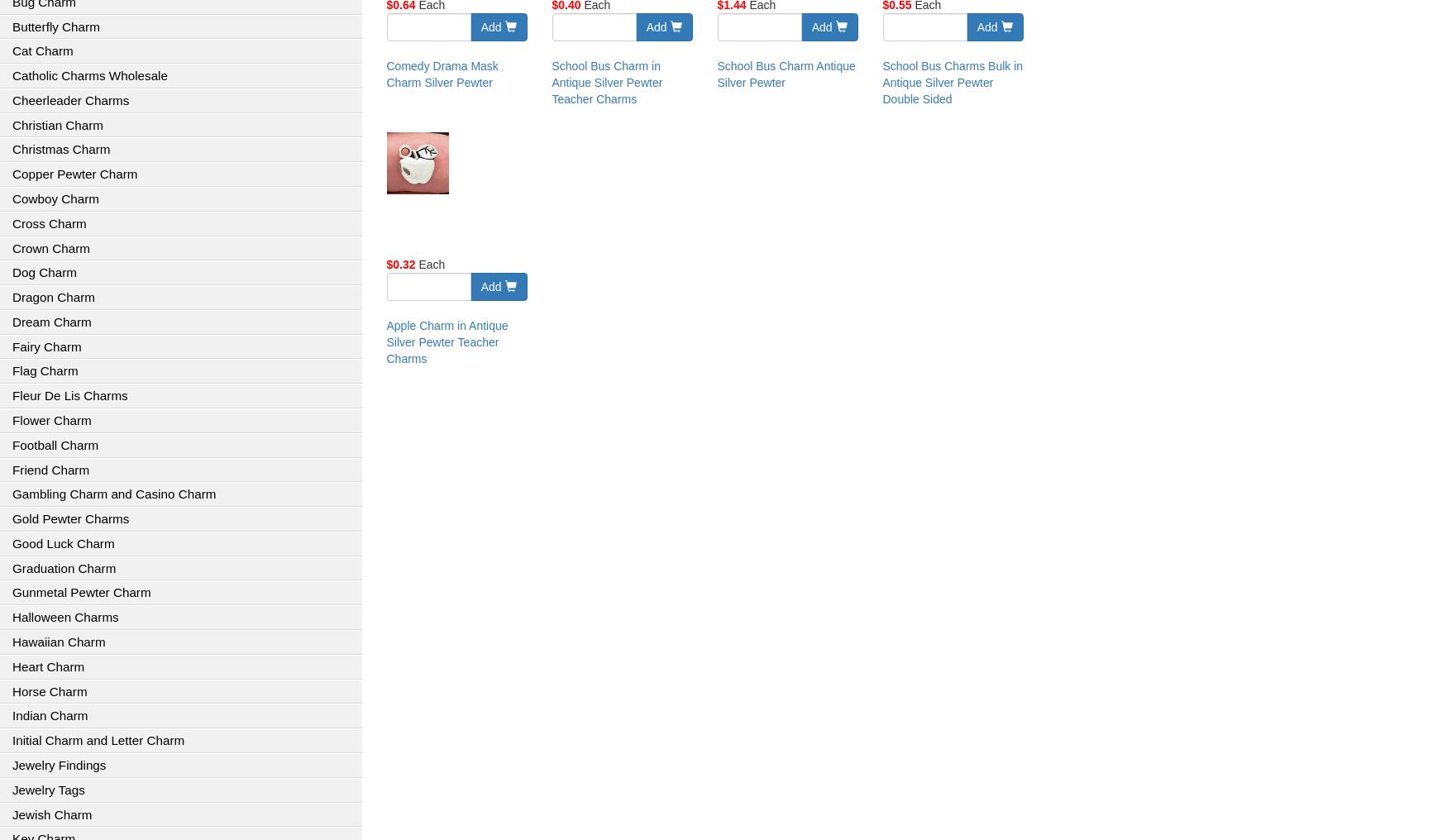 Image resolution: width=1447 pixels, height=840 pixels. What do you see at coordinates (50, 814) in the screenshot?
I see `'Jewish Charm'` at bounding box center [50, 814].